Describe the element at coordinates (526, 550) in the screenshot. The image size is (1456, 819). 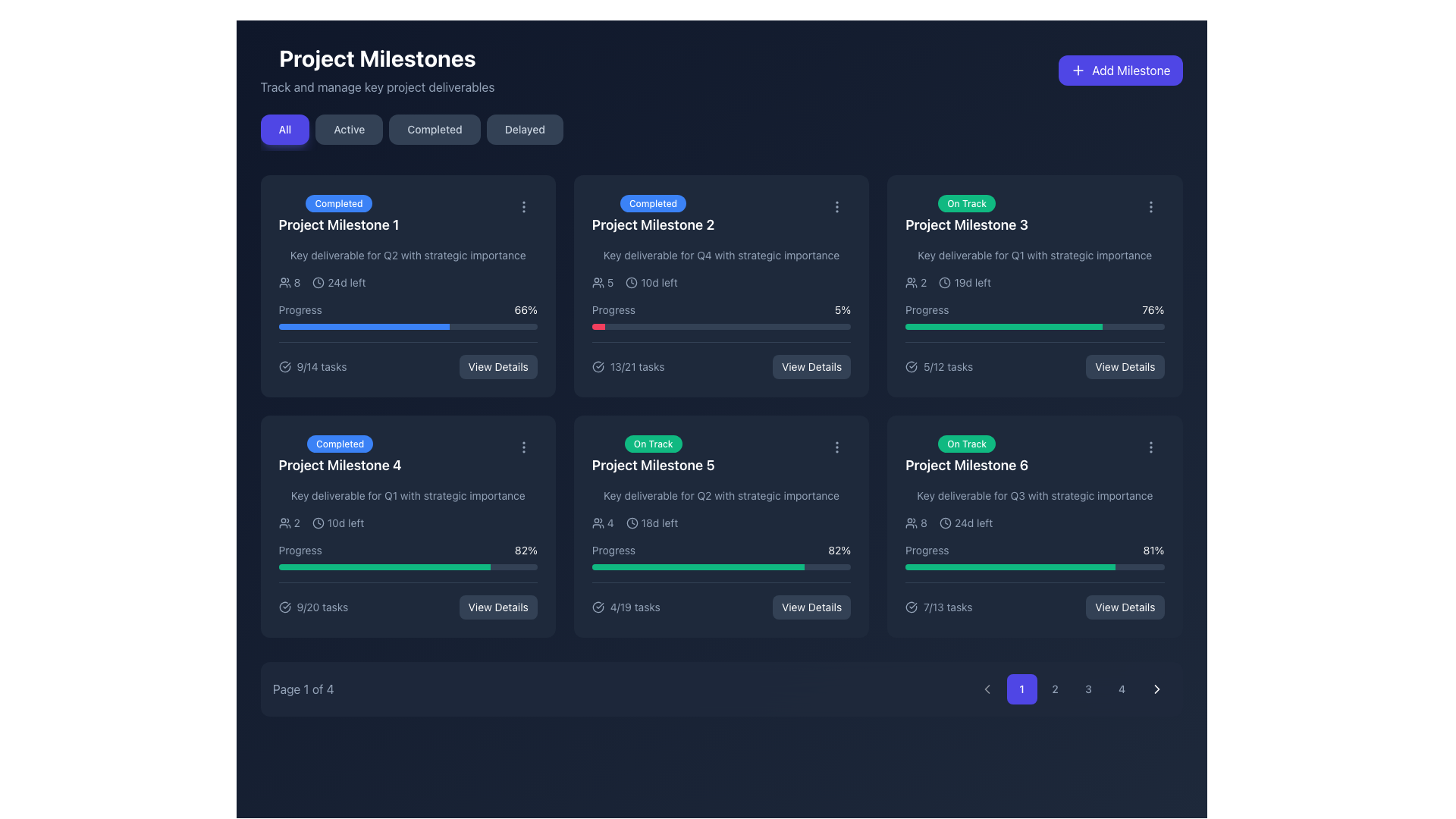
I see `text label that displays the progress completion percentage for 'Project Milestone 5', which indicates 82% completion and is located at the bottom-right of the subsection, aligned with the green progress bar` at that location.